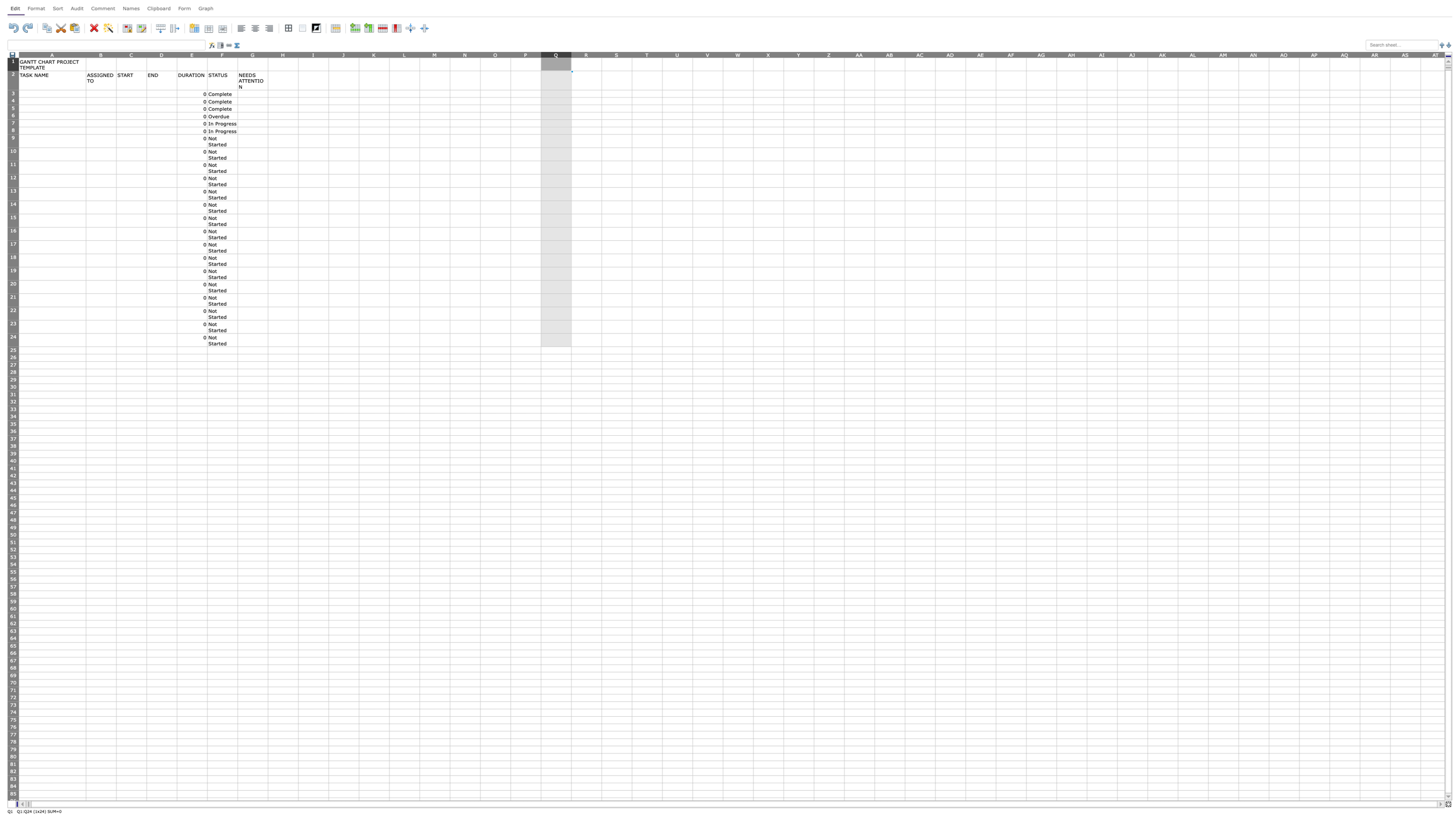  What do you see at coordinates (693, 54) in the screenshot?
I see `column U's width resize handle` at bounding box center [693, 54].